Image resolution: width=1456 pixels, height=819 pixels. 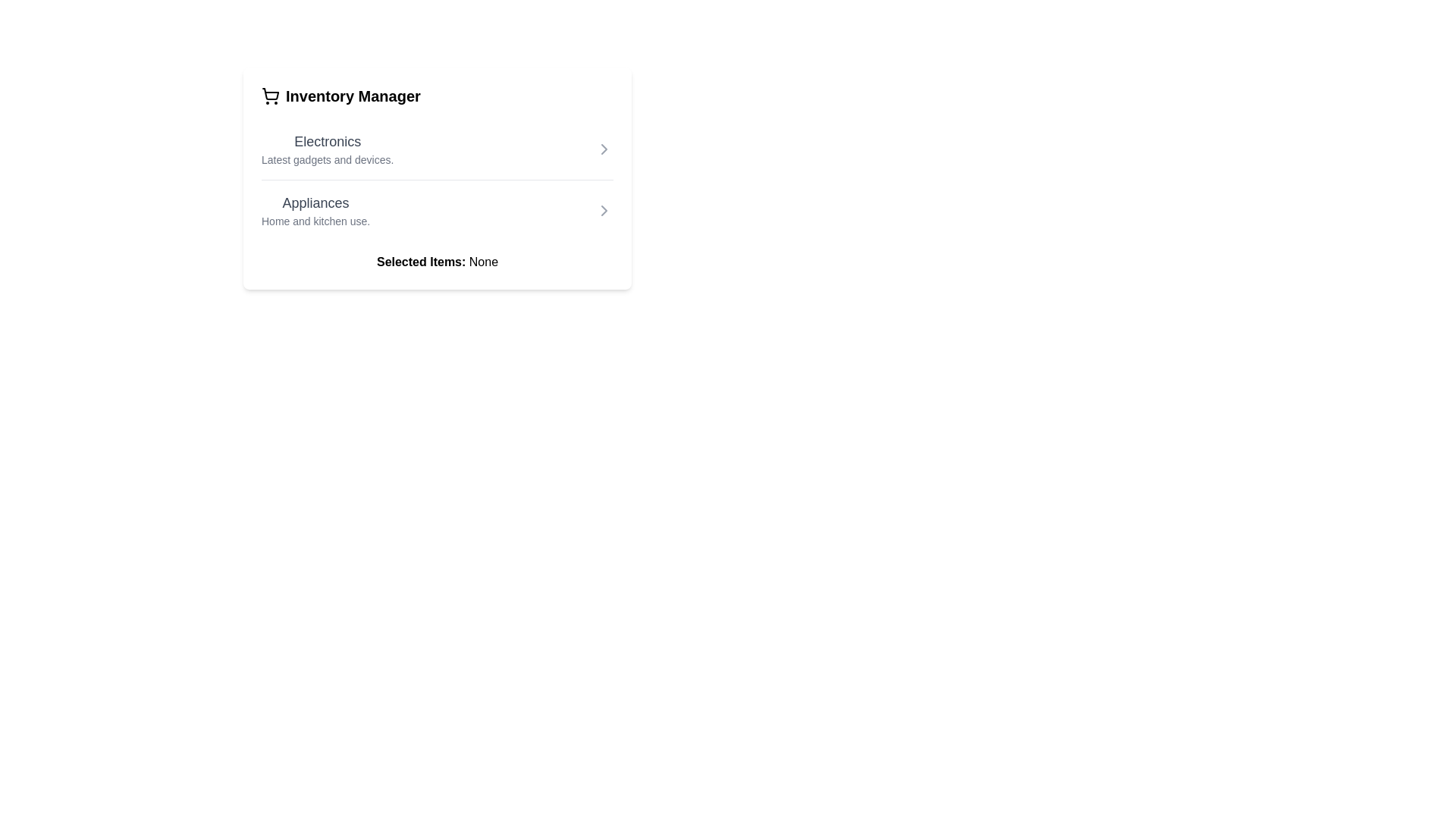 What do you see at coordinates (327, 141) in the screenshot?
I see `the 'Electronics' category title text label located at the upper section of the Inventory Manager card` at bounding box center [327, 141].